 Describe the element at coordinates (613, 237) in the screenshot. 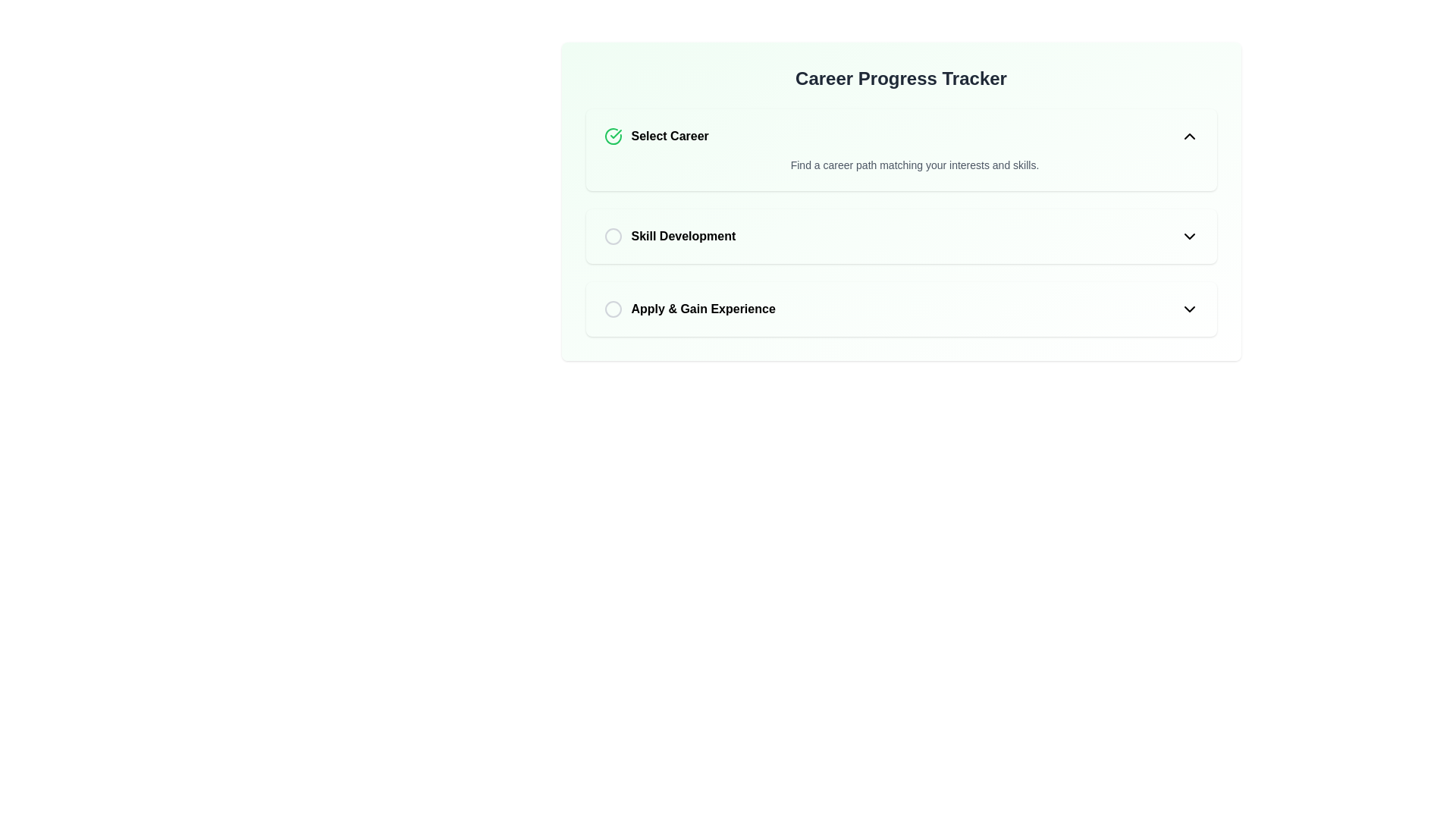

I see `the hollow circle icon with a gray-border outline, which represents an unselected step in the 'Skill Development' entry of the vertically stacked list` at that location.